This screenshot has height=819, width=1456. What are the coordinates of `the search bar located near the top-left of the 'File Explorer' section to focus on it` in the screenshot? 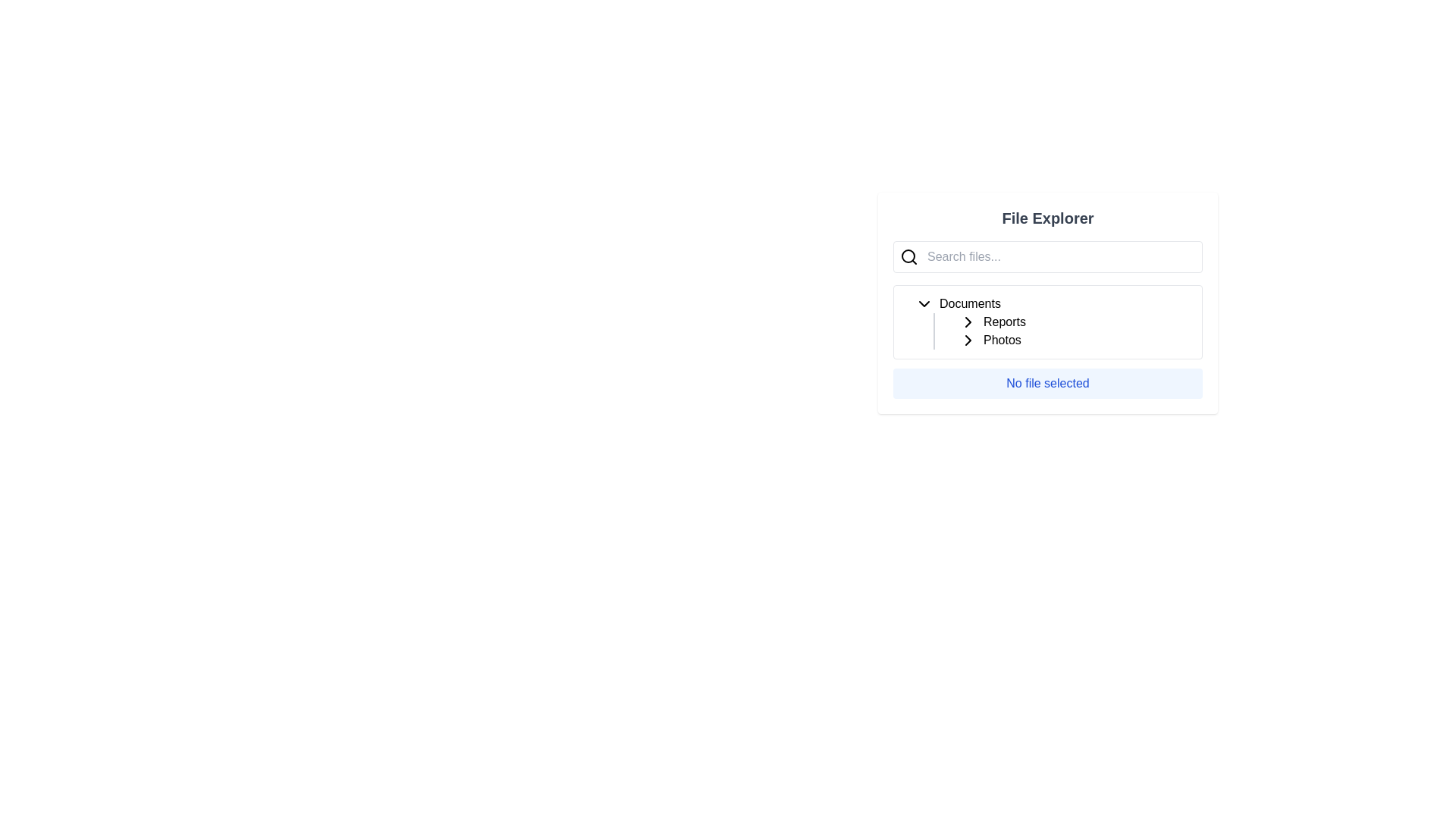 It's located at (1047, 256).